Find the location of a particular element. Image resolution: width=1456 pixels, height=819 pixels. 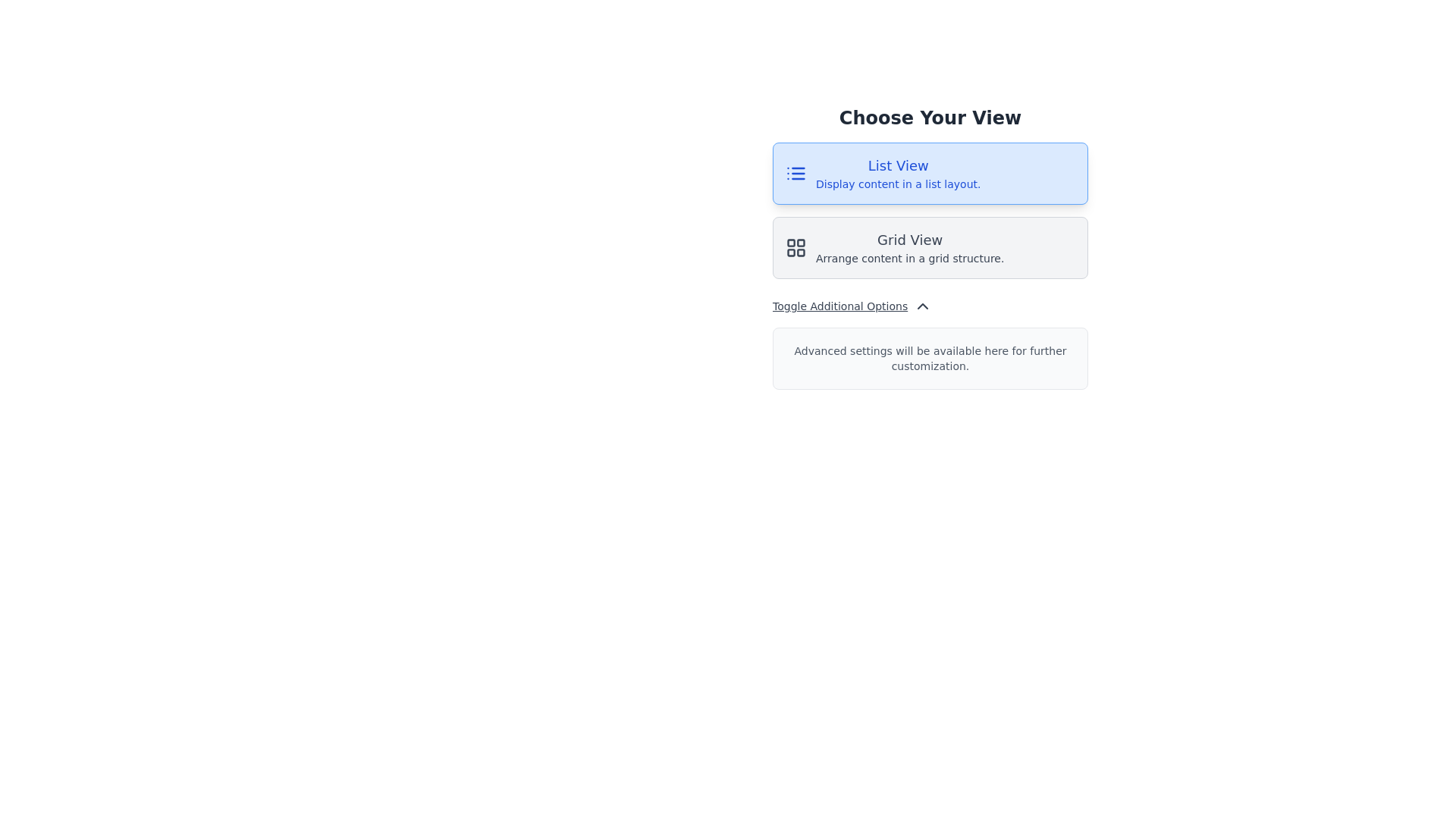

the 'Grid View' label, which is styled with a medium bold font and centered in its boundary, located below the 'List View' option is located at coordinates (910, 239).